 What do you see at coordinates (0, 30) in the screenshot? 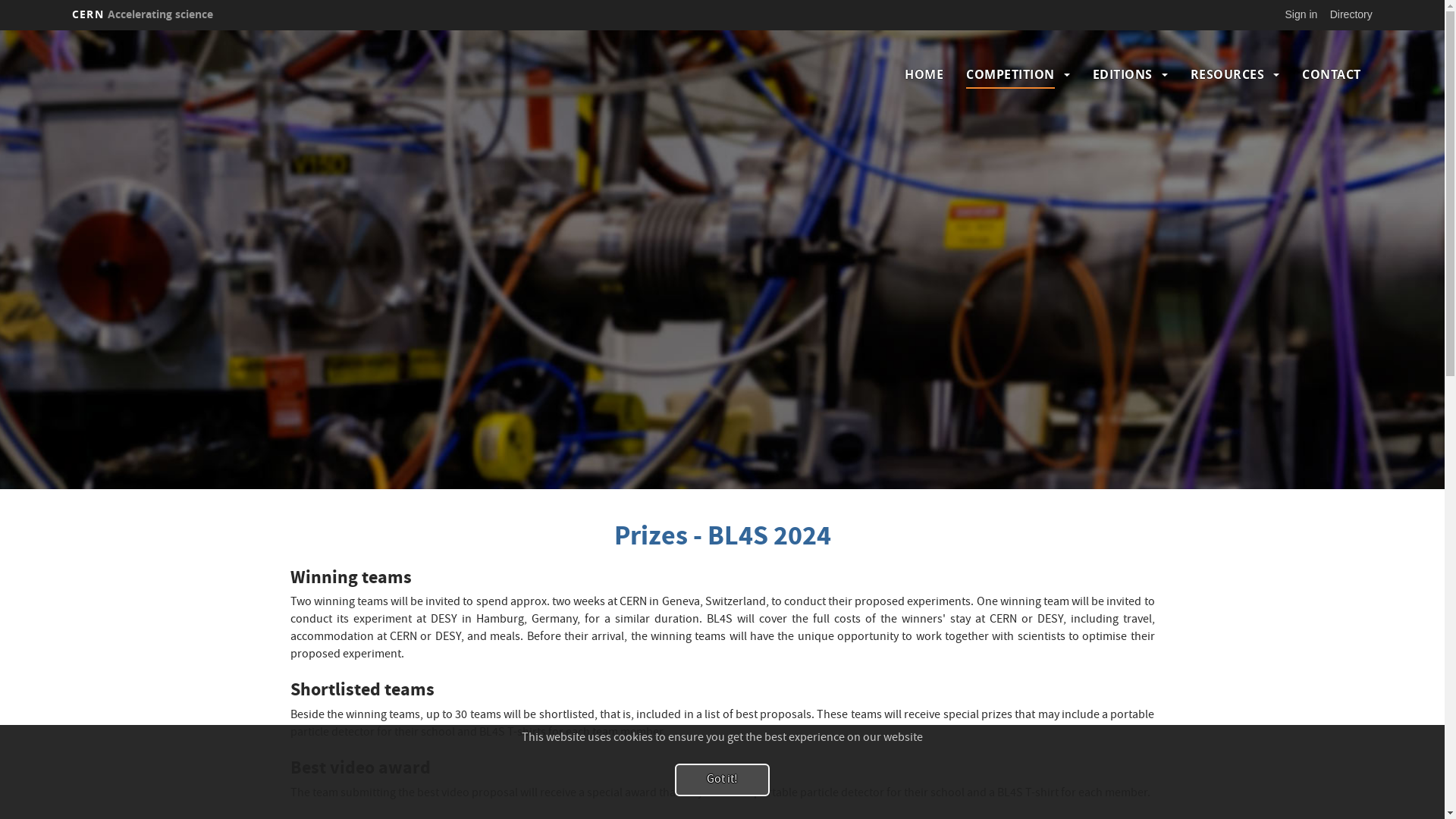
I see `'Skip to main content'` at bounding box center [0, 30].